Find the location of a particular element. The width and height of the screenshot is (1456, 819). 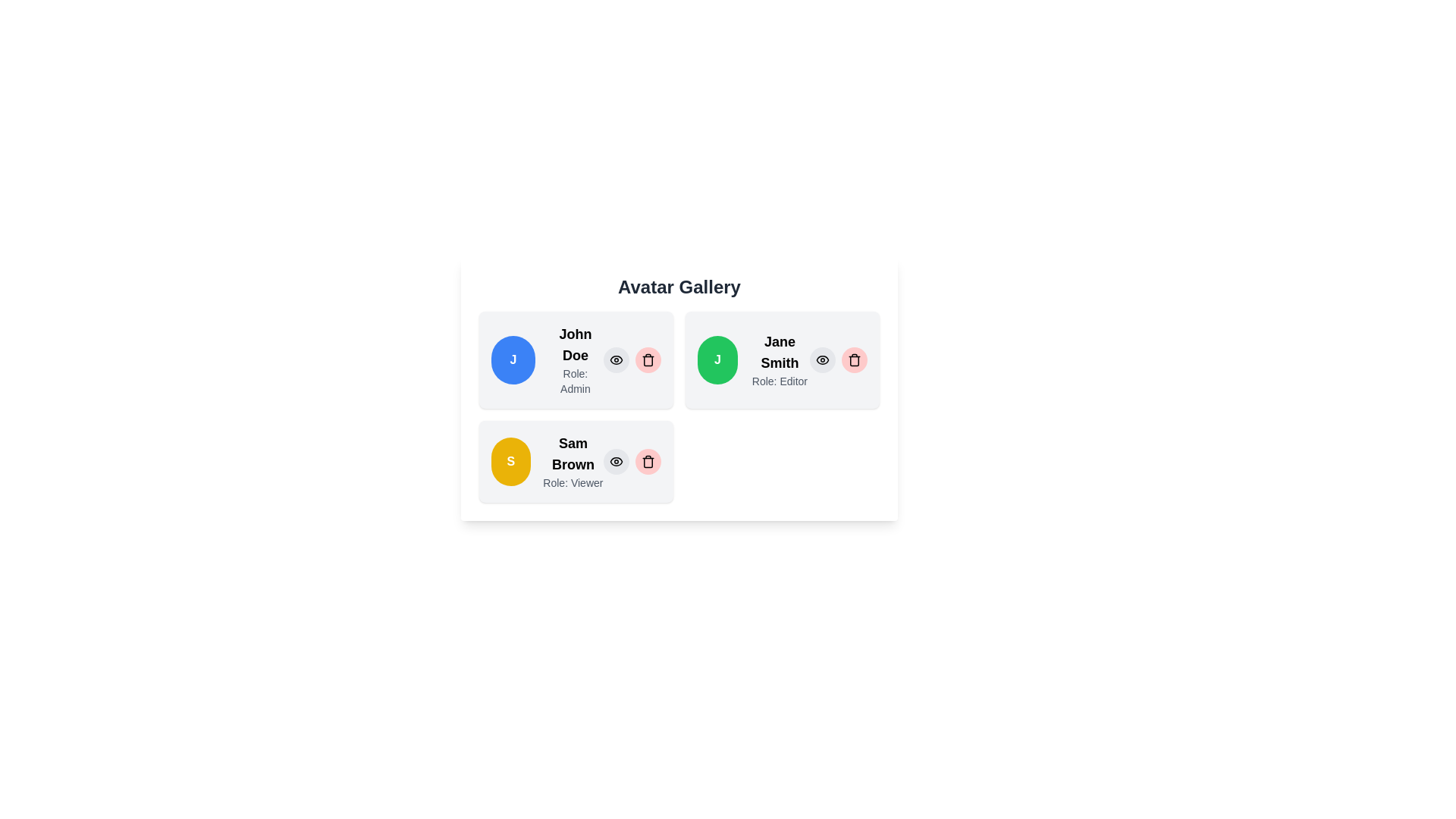

the Trash Icon Button, which is a trash can icon inside a circular red button, located at the bottom-right corner of the user card labeled 'Sam Brown' is located at coordinates (648, 461).